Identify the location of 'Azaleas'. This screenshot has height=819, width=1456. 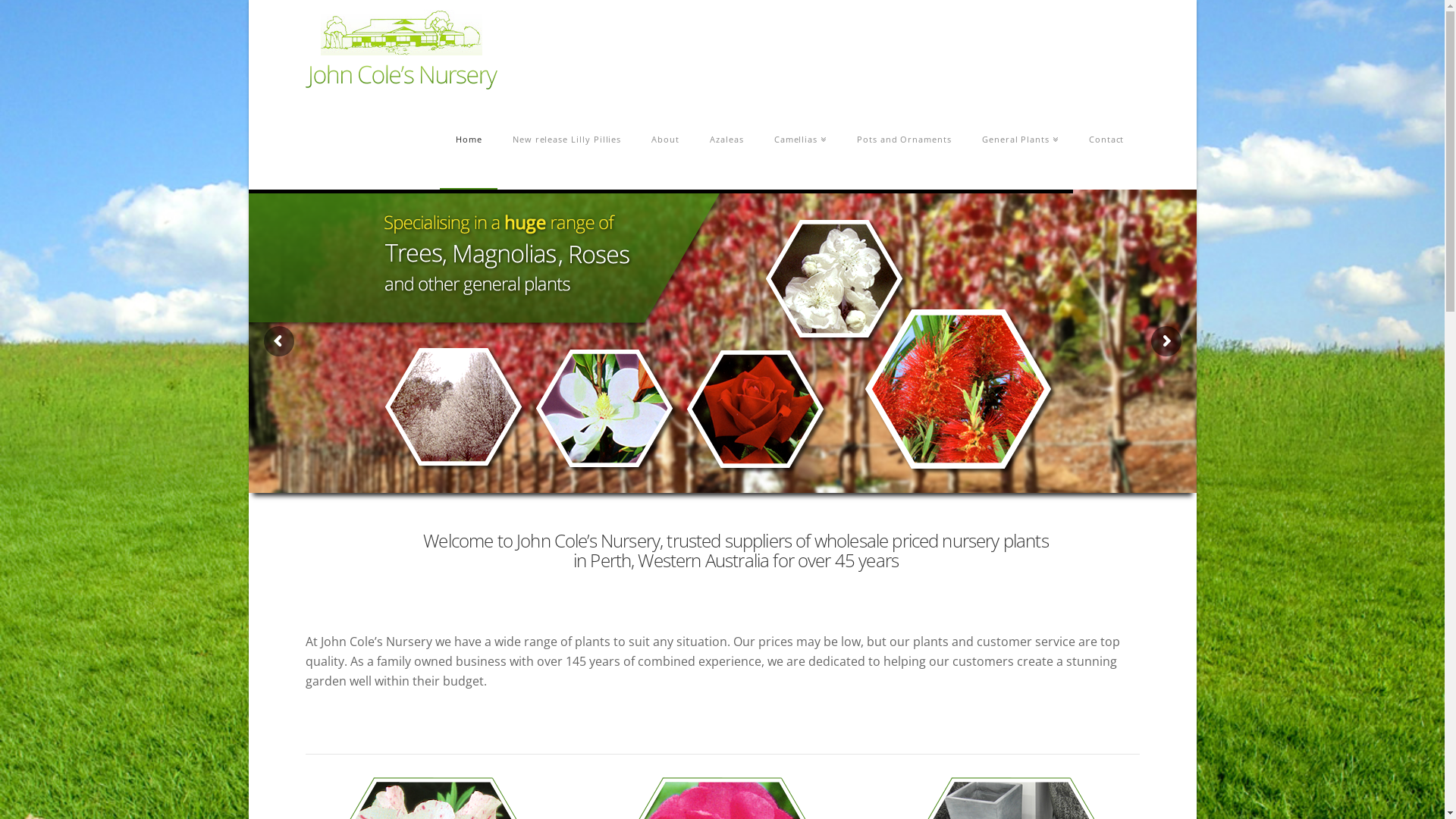
(694, 138).